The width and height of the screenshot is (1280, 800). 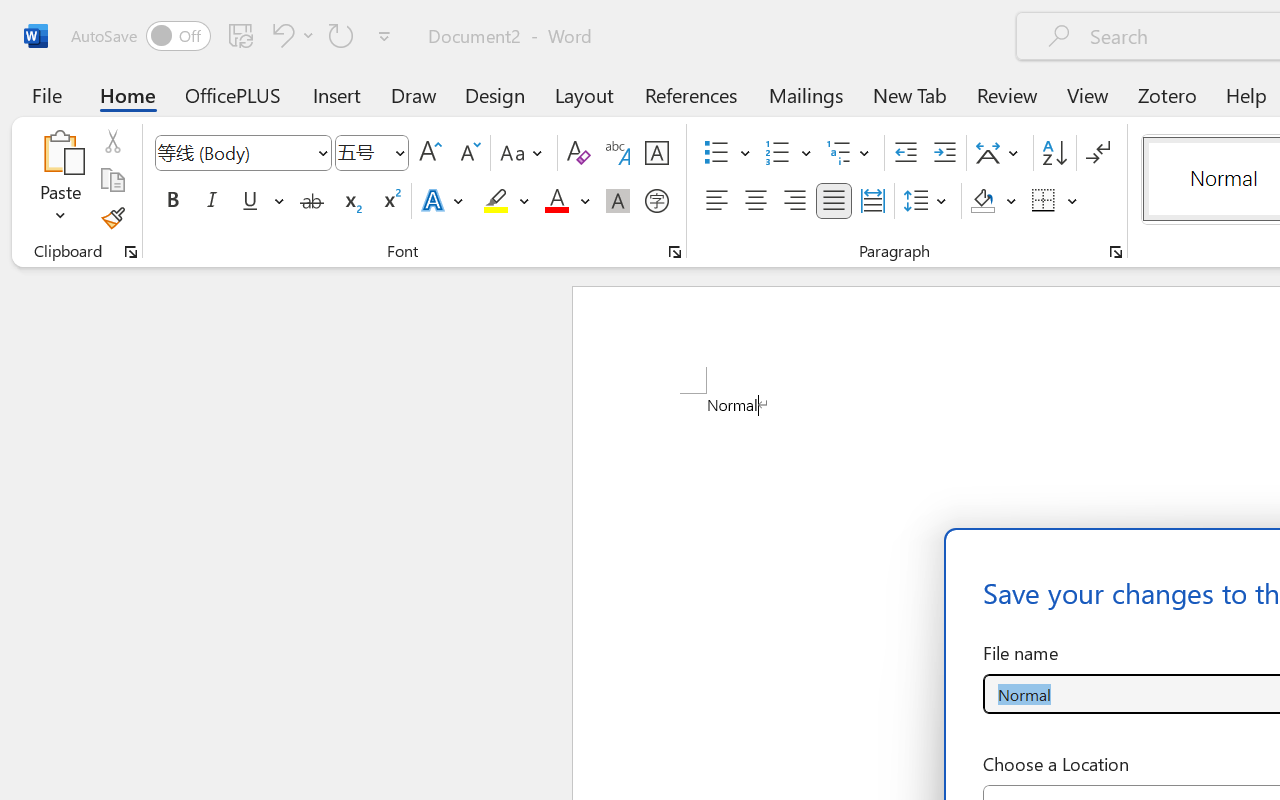 What do you see at coordinates (240, 34) in the screenshot?
I see `'Save'` at bounding box center [240, 34].